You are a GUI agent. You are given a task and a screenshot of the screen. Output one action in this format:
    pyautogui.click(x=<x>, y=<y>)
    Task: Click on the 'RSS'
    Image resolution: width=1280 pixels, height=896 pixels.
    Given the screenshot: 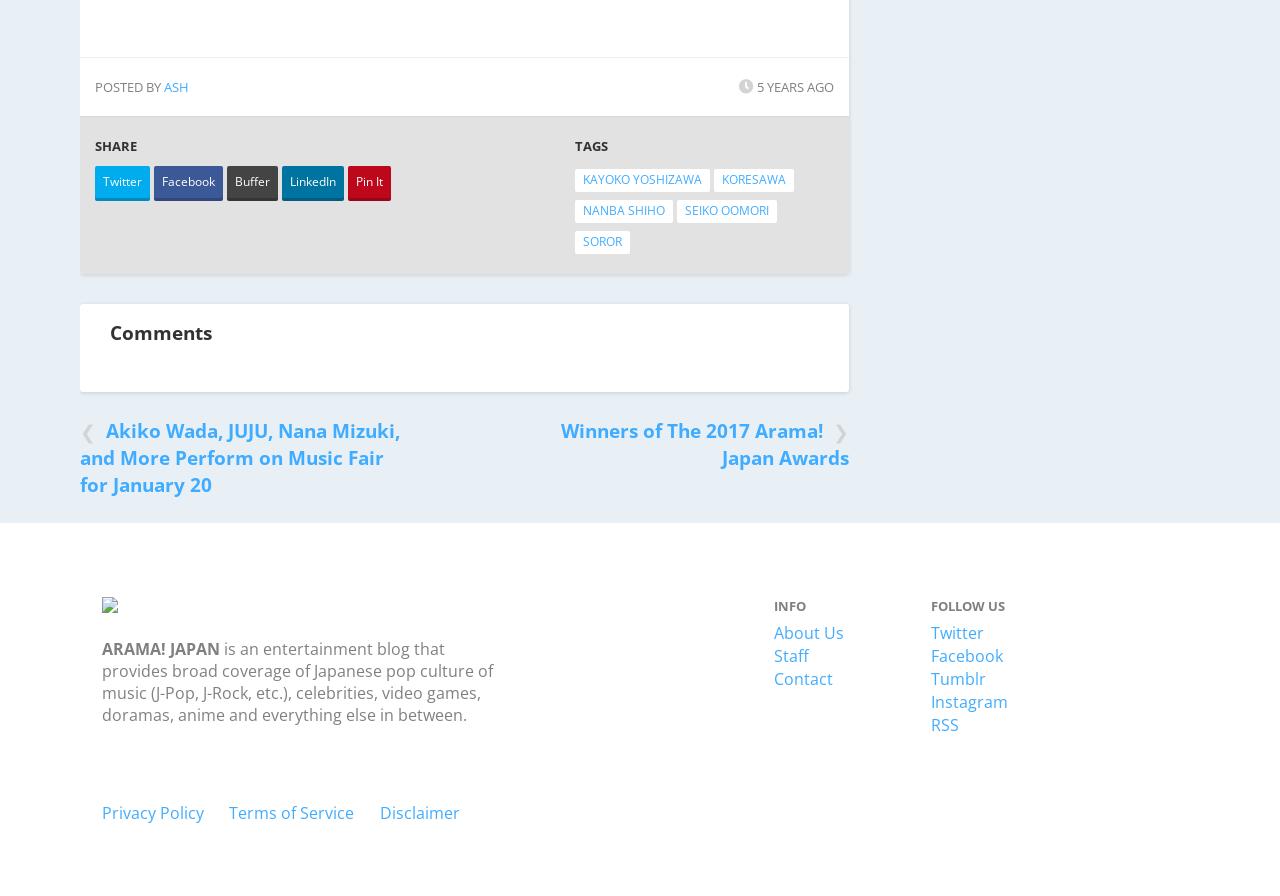 What is the action you would take?
    pyautogui.click(x=944, y=725)
    